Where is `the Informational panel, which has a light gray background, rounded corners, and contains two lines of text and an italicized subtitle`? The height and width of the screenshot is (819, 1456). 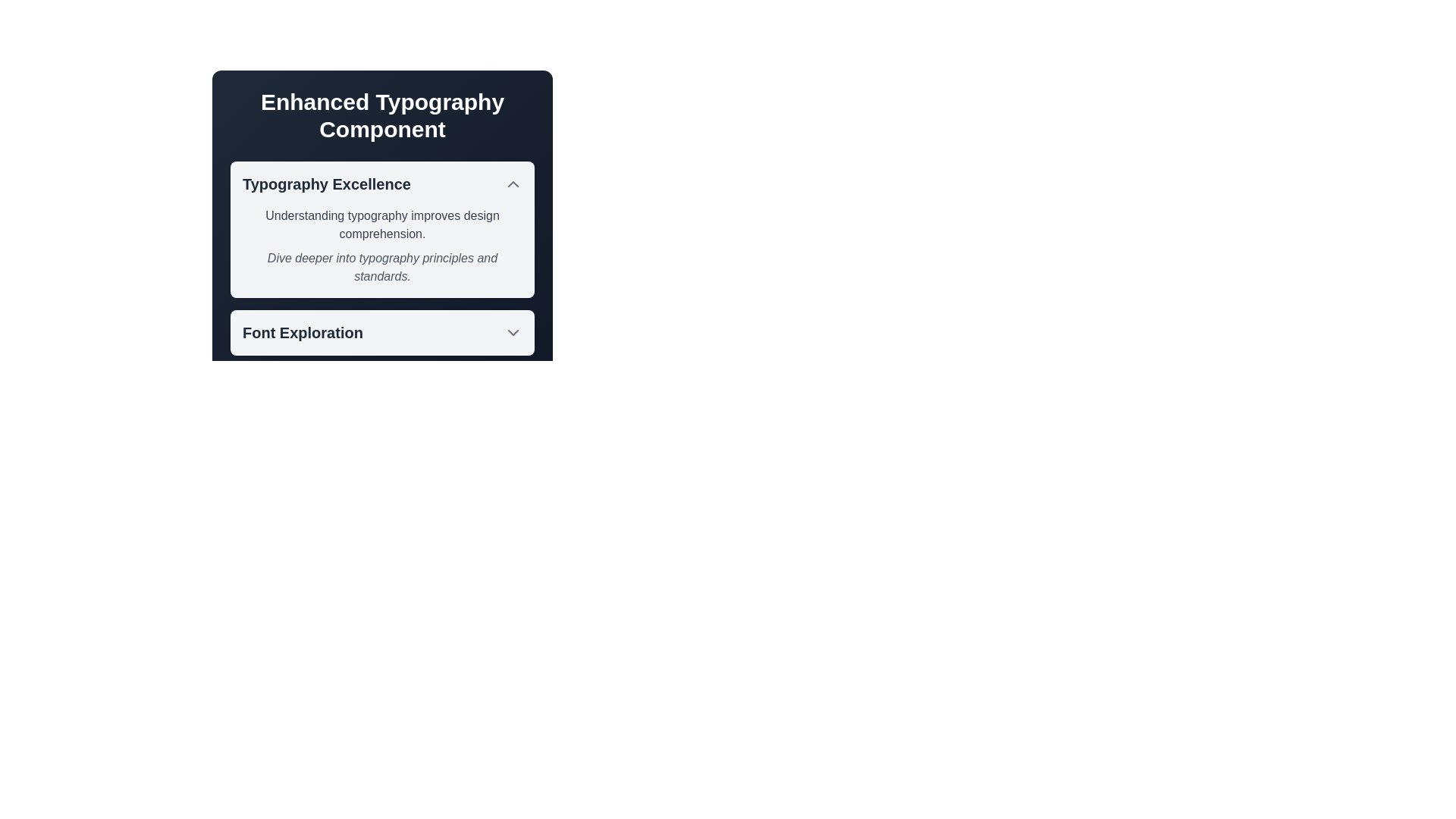
the Informational panel, which has a light gray background, rounded corners, and contains two lines of text and an italicized subtitle is located at coordinates (382, 257).